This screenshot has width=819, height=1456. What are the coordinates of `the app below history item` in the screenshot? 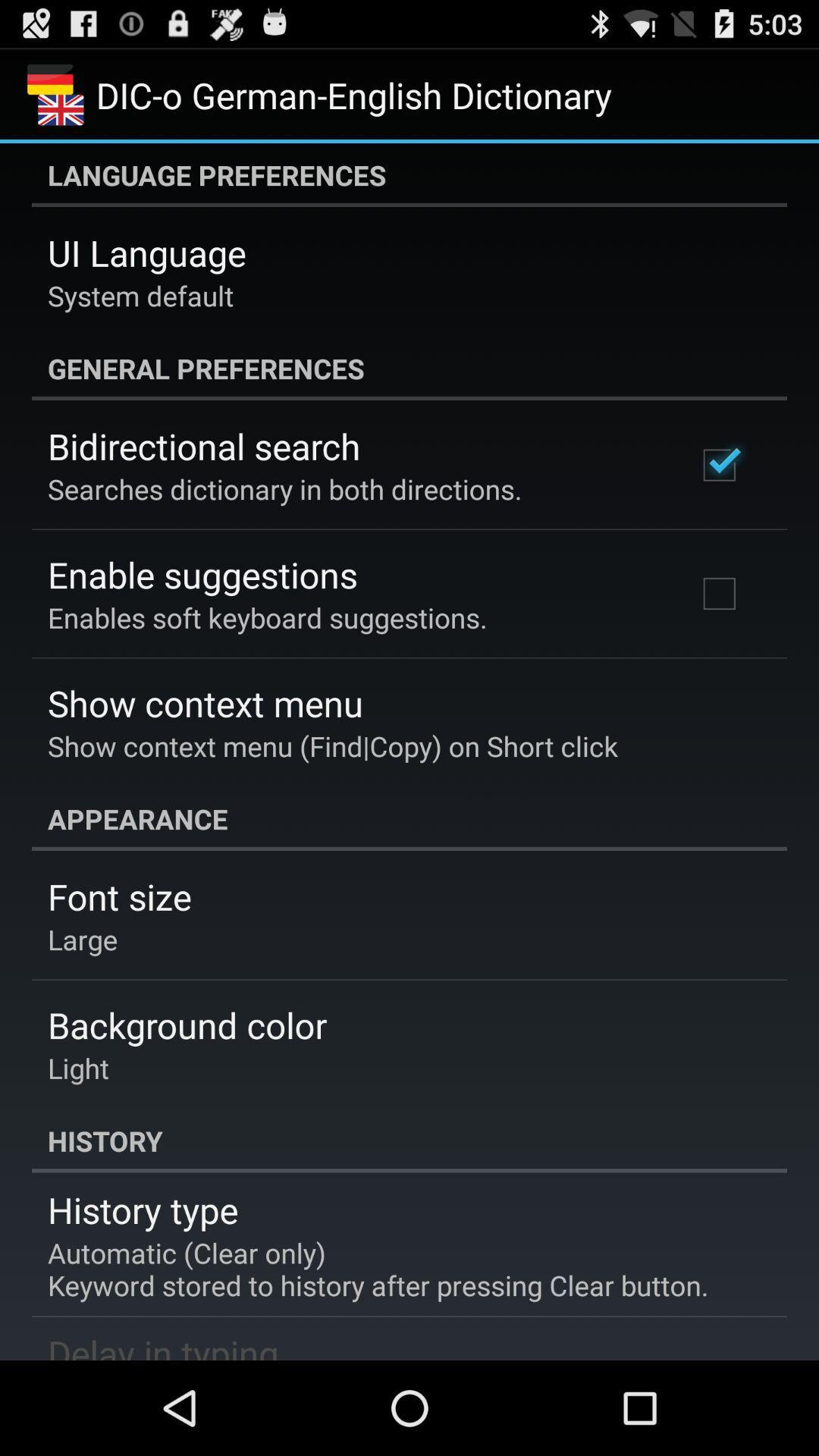 It's located at (143, 1209).